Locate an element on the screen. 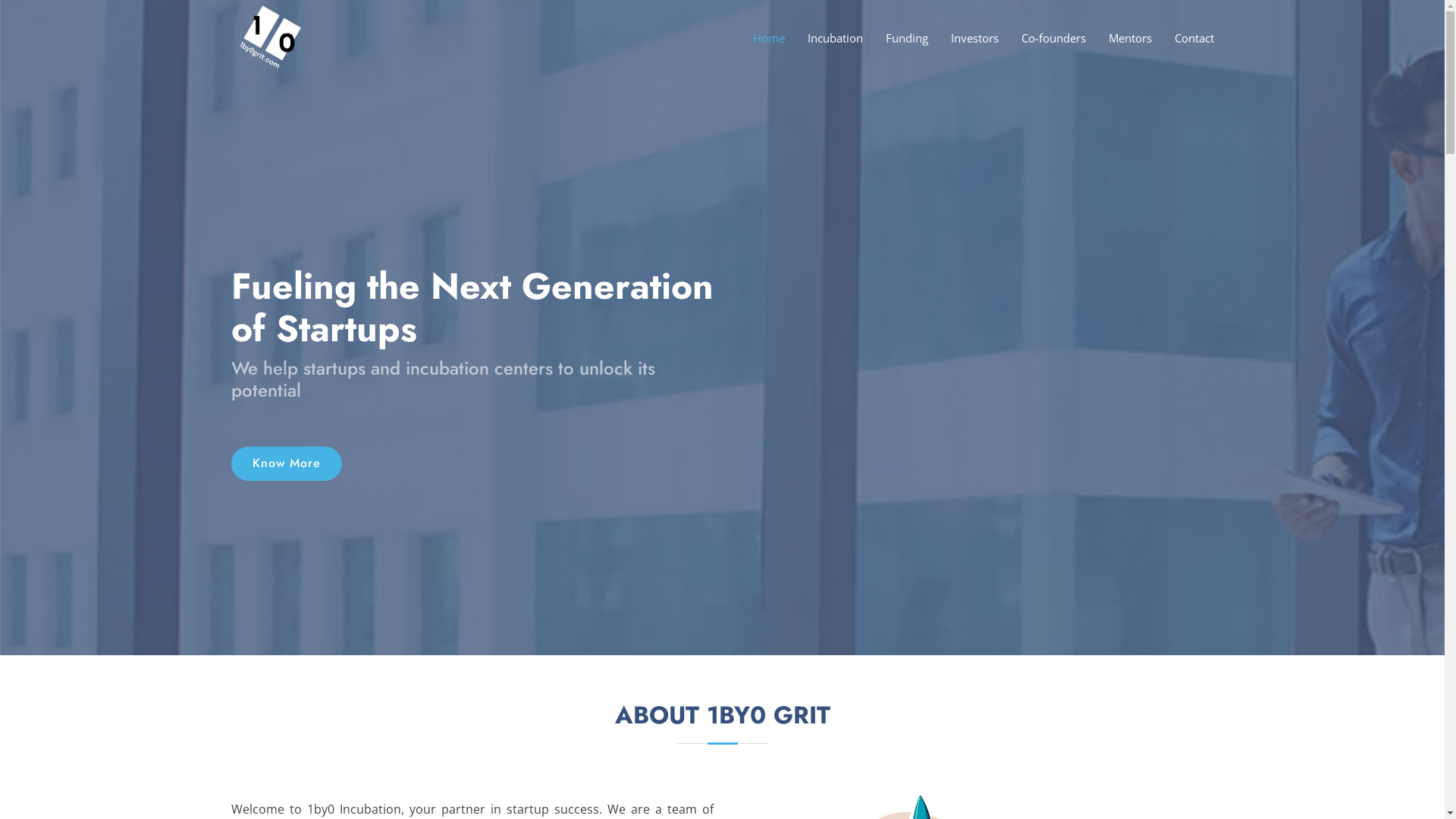 This screenshot has width=1456, height=819. 'Home' is located at coordinates (757, 37).